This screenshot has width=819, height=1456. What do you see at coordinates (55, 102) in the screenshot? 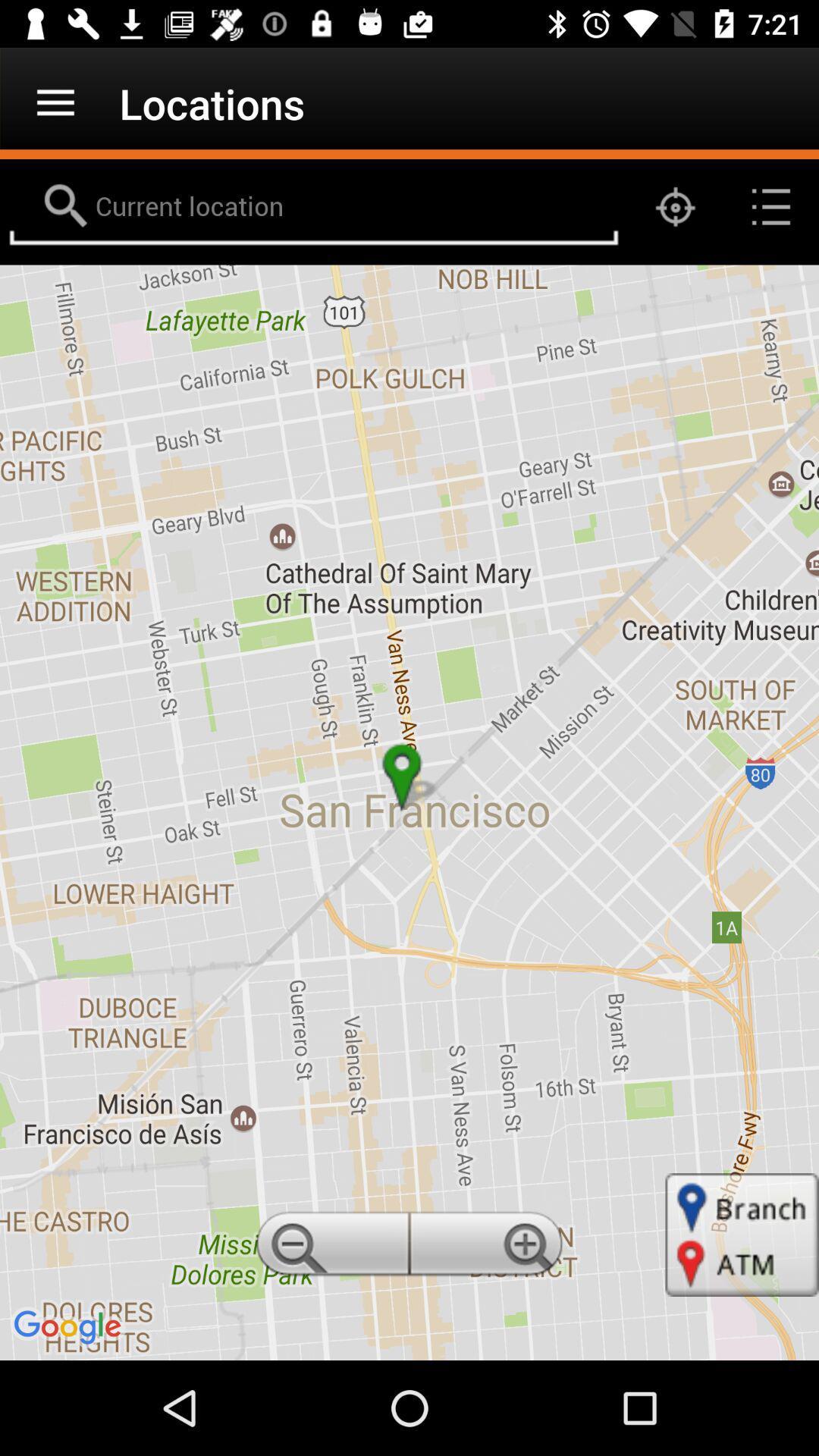
I see `app next to locations app` at bounding box center [55, 102].